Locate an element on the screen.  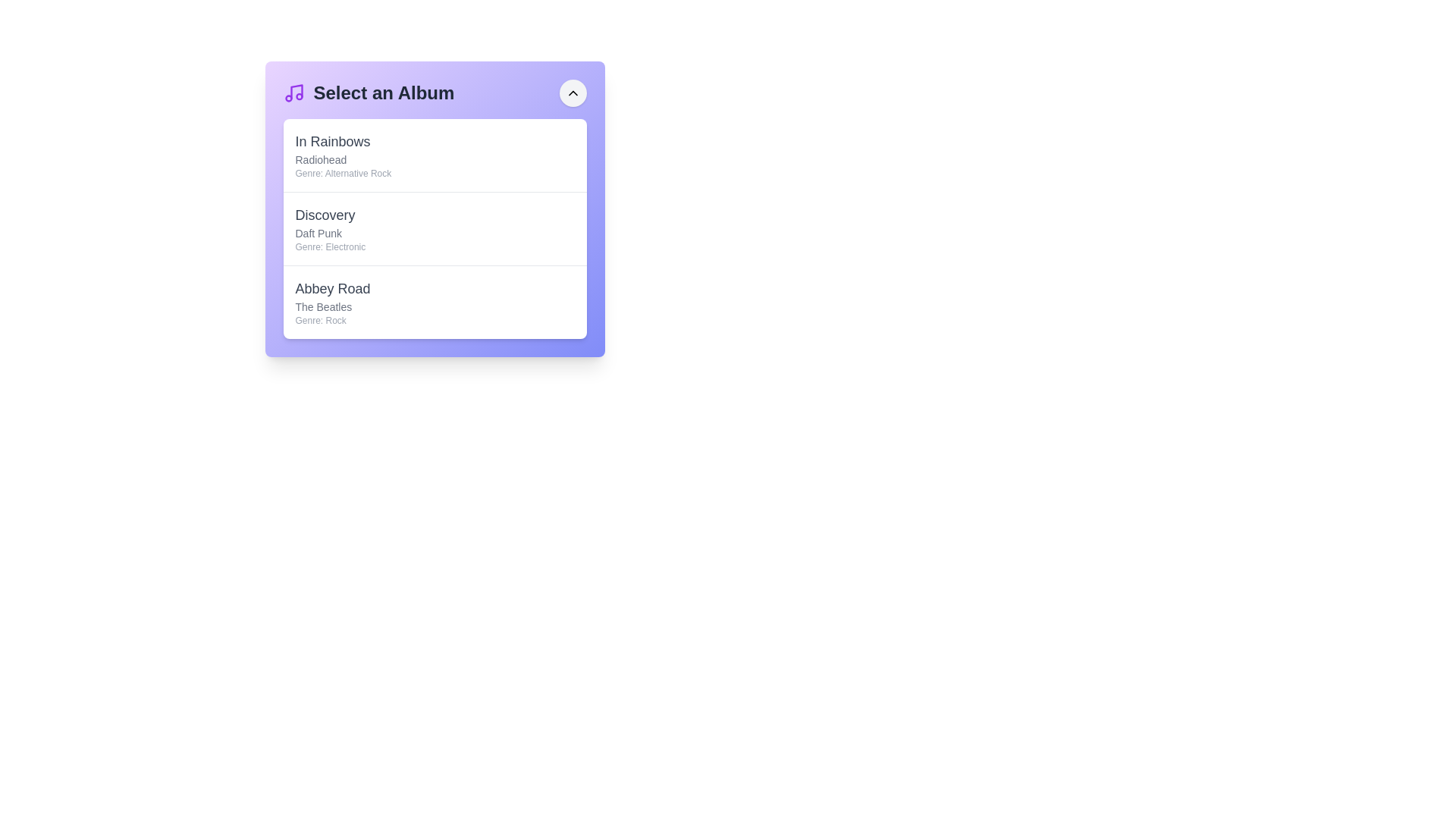
the Label displaying details about the album 'Discovery', which is located below 'In Rainbows' and above 'Abbey Road' is located at coordinates (329, 228).